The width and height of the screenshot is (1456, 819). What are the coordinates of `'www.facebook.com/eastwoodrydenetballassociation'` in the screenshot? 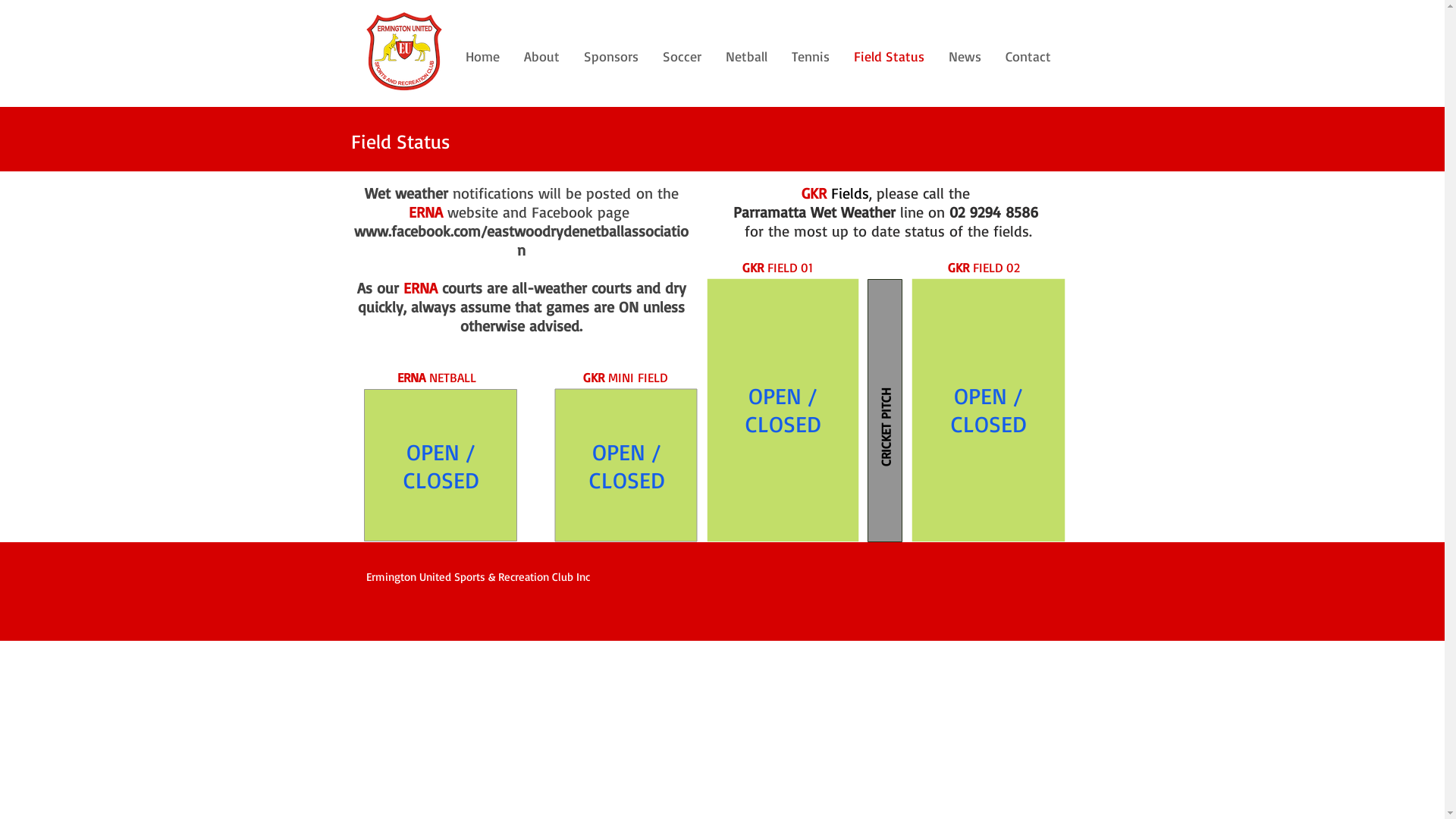 It's located at (521, 239).